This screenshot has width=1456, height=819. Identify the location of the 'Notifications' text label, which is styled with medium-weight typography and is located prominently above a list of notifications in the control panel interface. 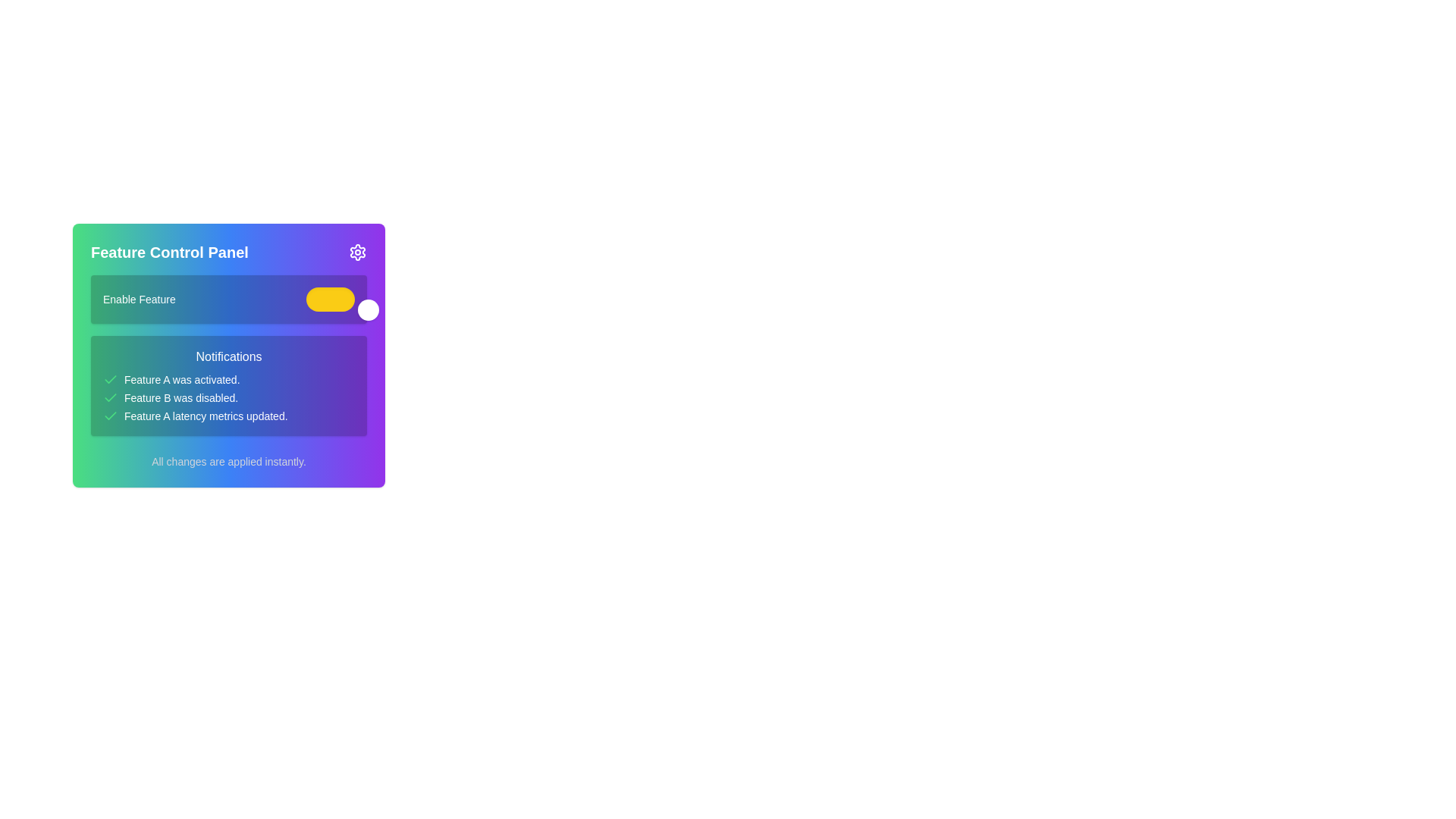
(228, 356).